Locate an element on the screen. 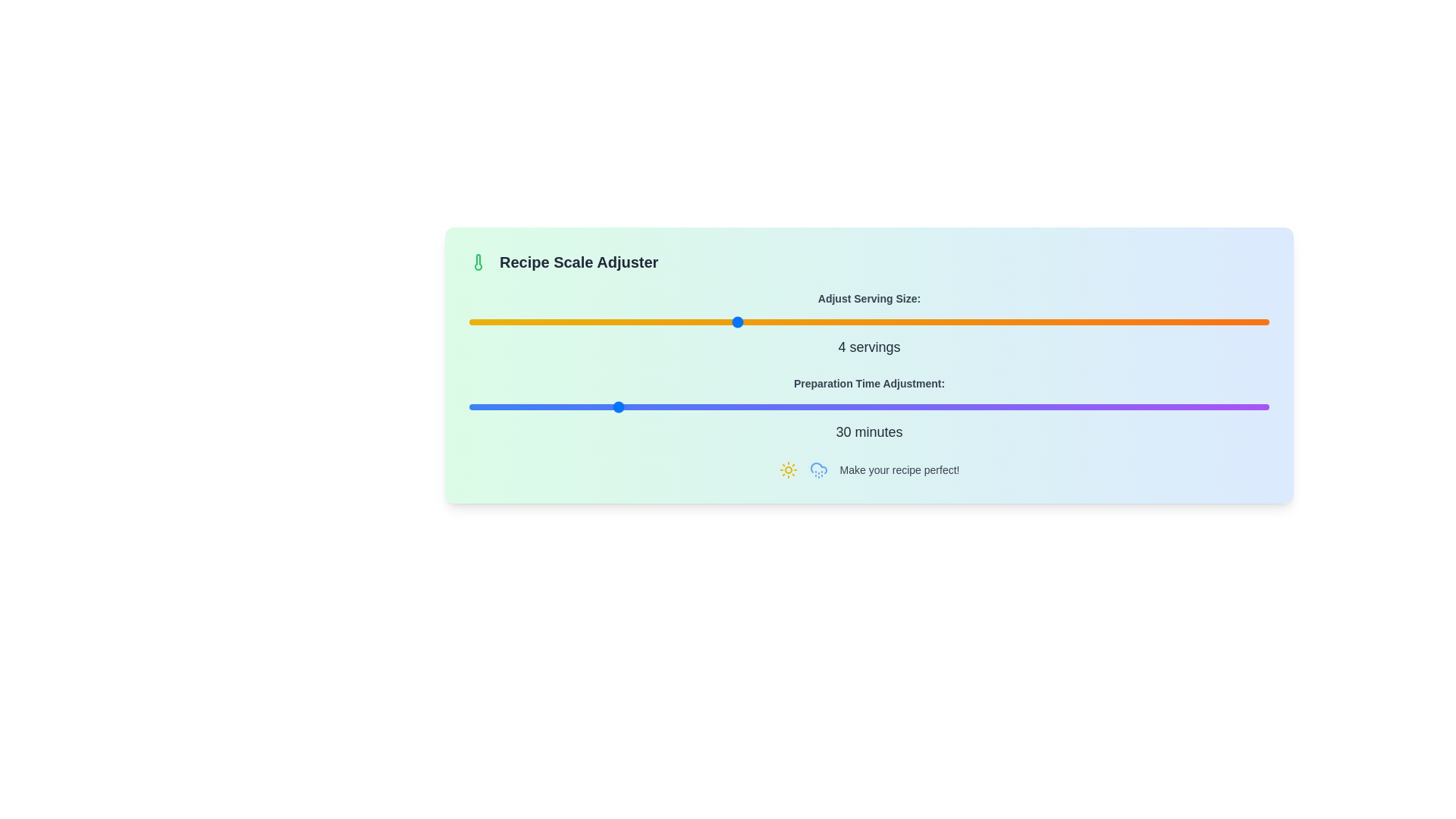 The height and width of the screenshot is (819, 1456). the Decorative icon resembling a sun with rays, which is the first icon in the sequence located near the bottom of the card is located at coordinates (788, 469).